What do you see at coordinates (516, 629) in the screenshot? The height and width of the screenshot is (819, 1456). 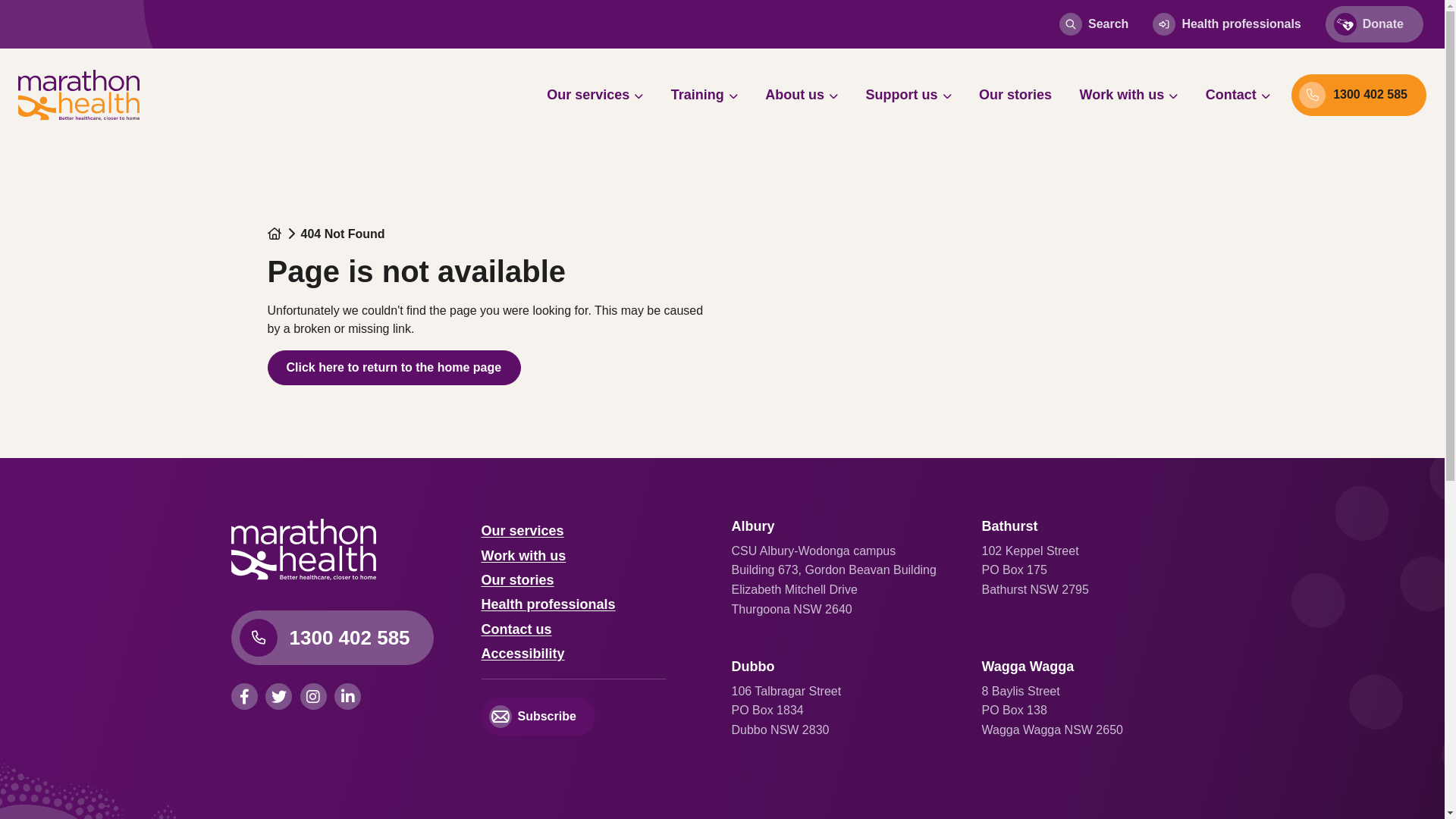 I see `'Contact us'` at bounding box center [516, 629].